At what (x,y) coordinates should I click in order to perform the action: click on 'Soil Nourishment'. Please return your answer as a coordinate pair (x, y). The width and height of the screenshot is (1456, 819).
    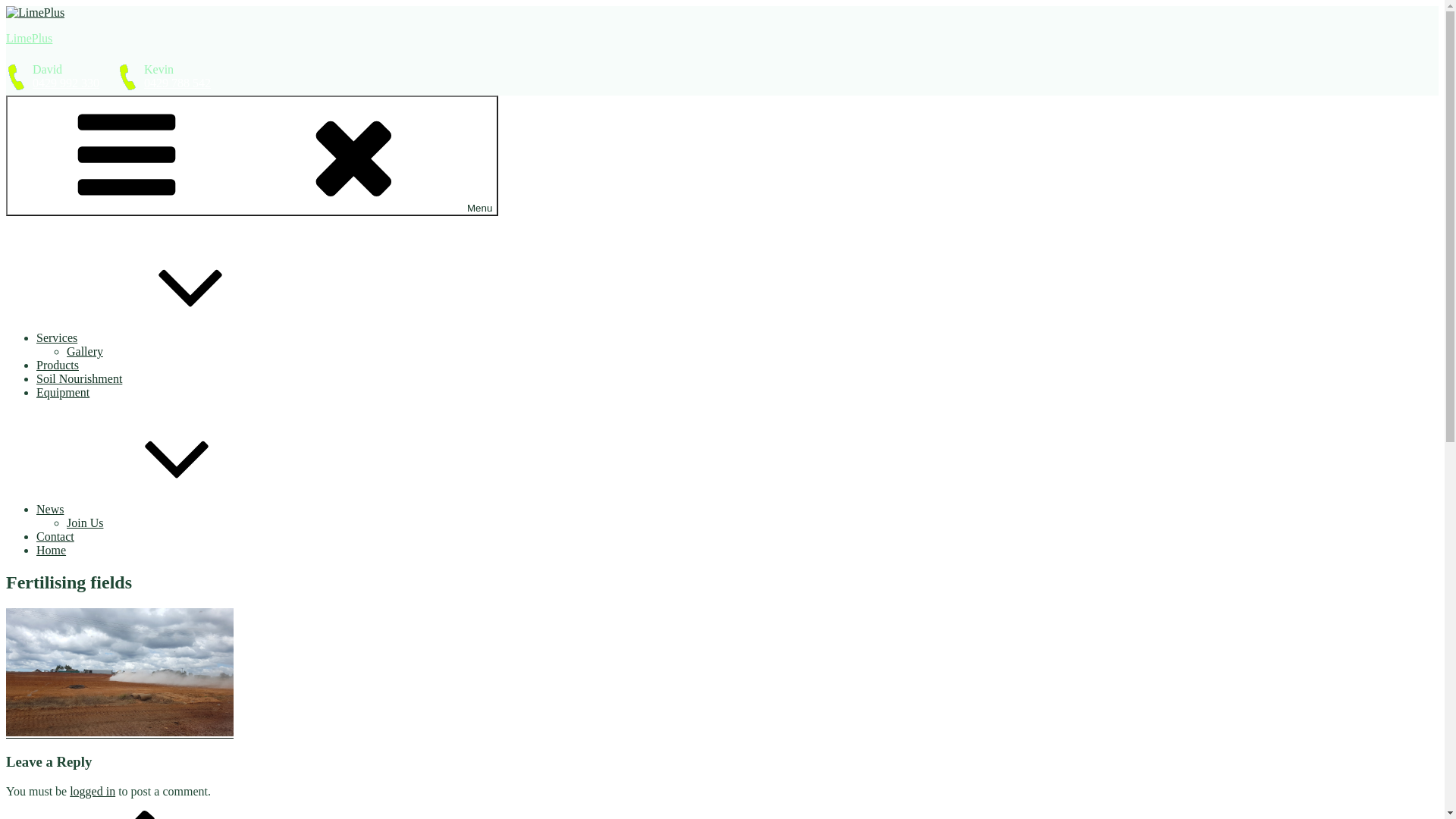
    Looking at the image, I should click on (78, 378).